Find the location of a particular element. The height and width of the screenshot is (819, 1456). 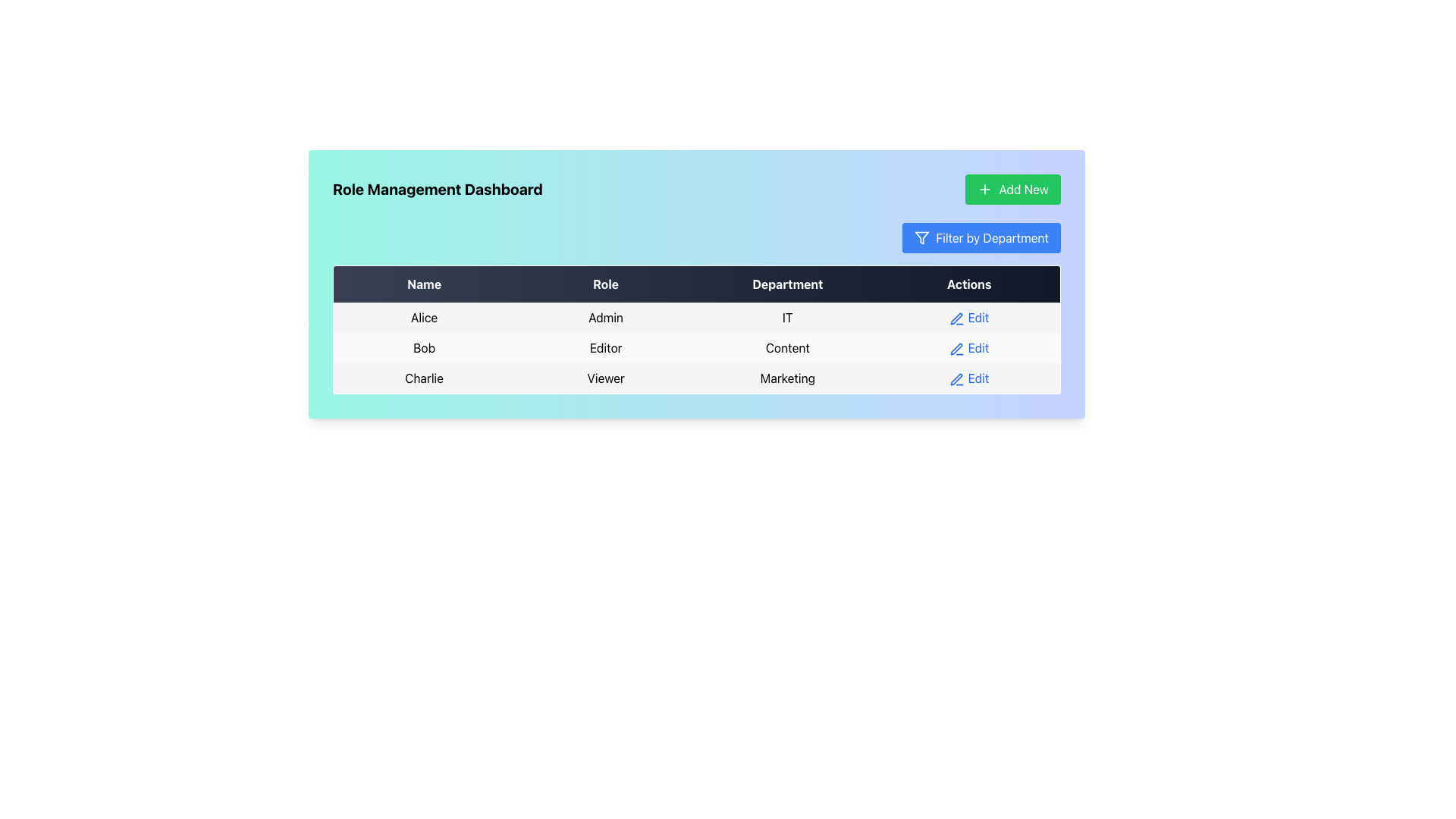

the button located in the top-right corner of the 'Role Management Dashboard' interface is located at coordinates (1013, 189).